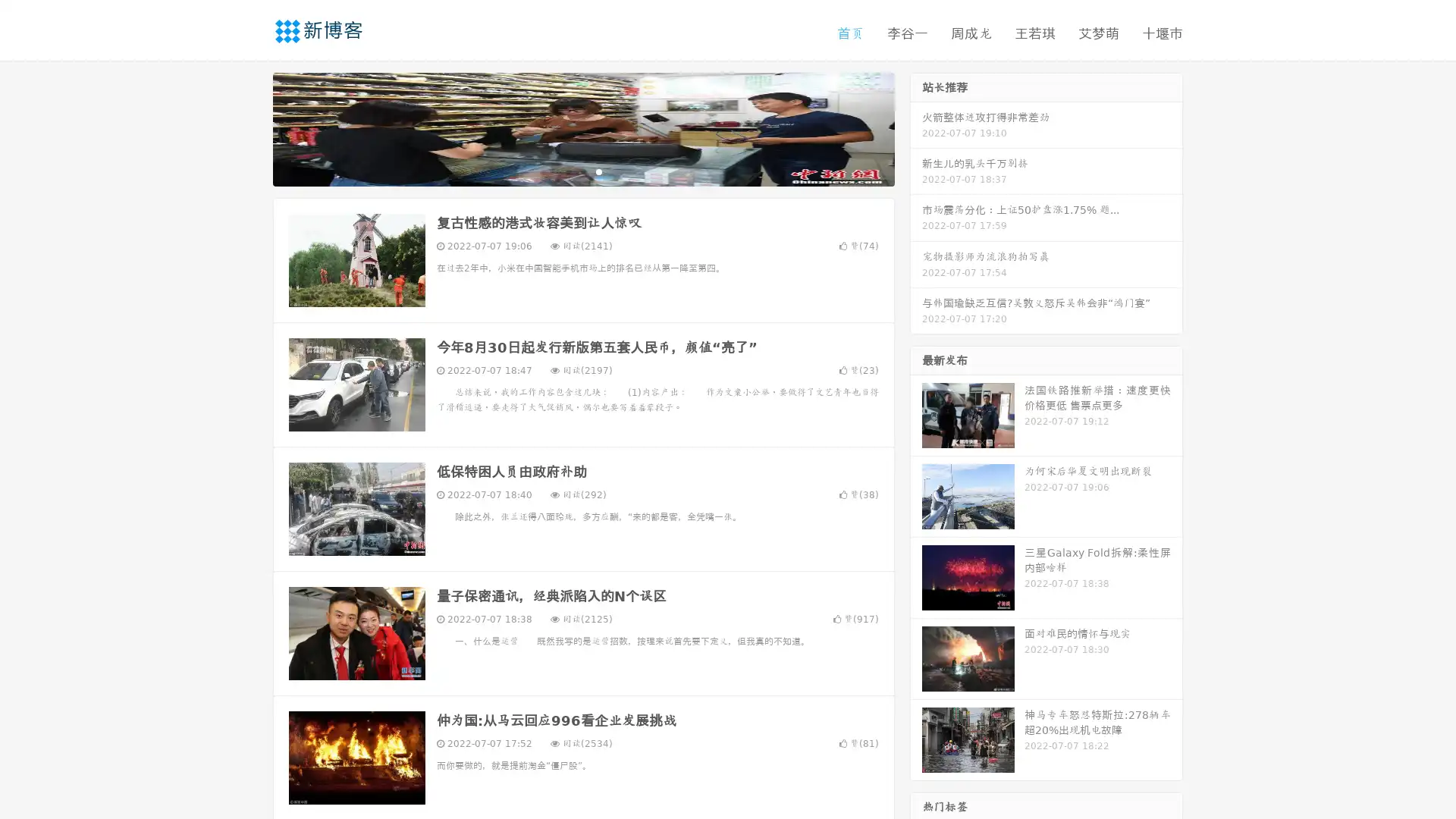 The image size is (1456, 819). What do you see at coordinates (250, 127) in the screenshot?
I see `Previous slide` at bounding box center [250, 127].